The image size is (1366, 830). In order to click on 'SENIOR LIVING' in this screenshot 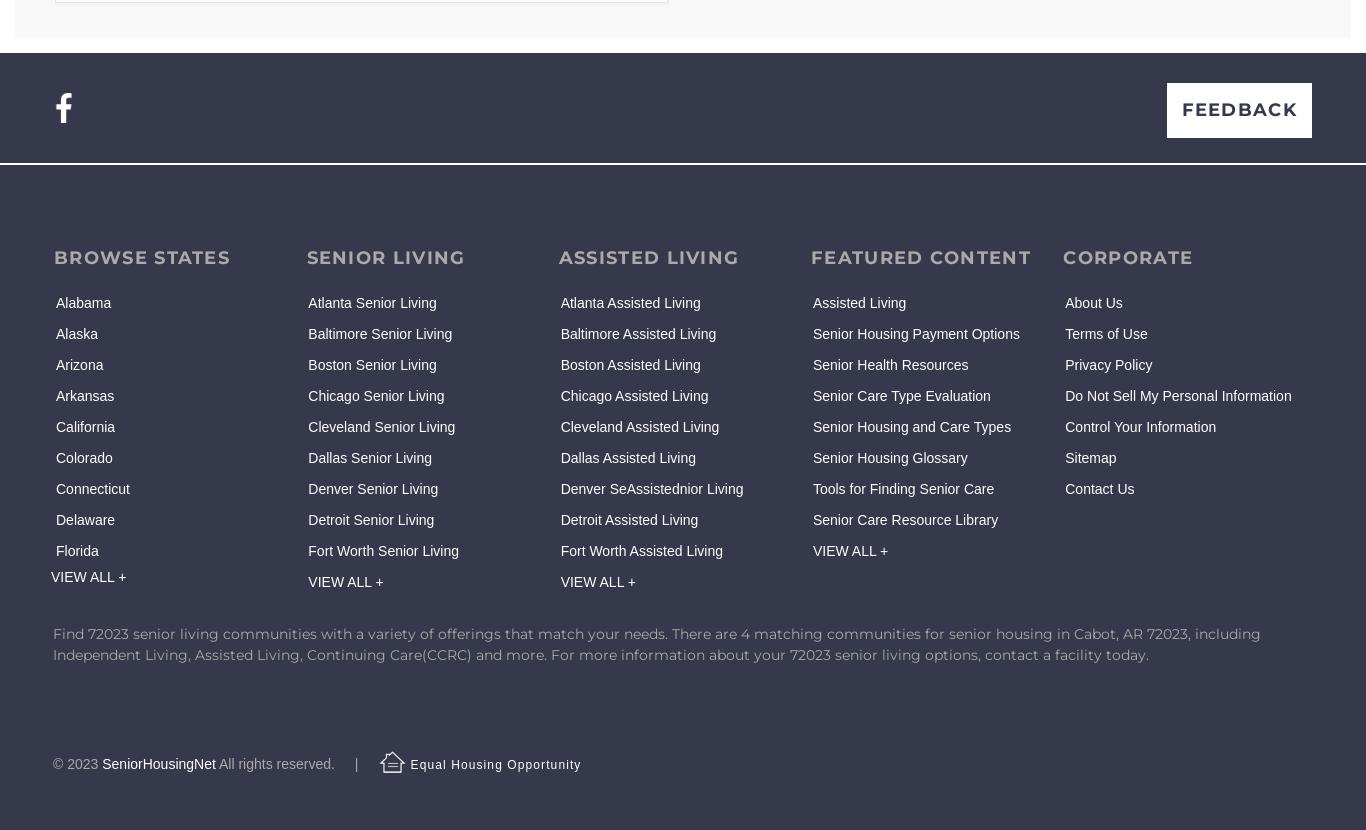, I will do `click(305, 257)`.